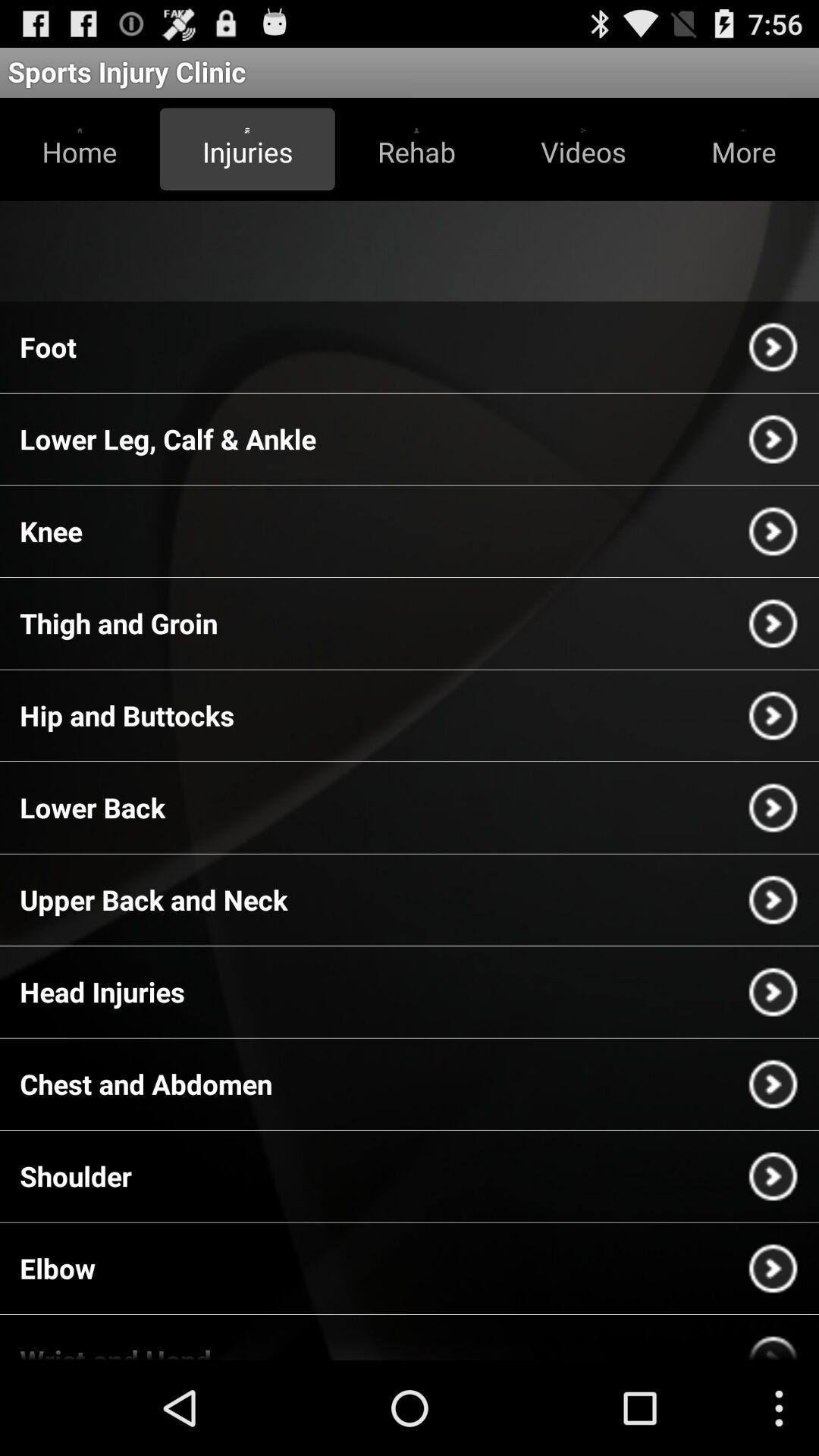 The width and height of the screenshot is (819, 1456). Describe the element at coordinates (50, 531) in the screenshot. I see `knee` at that location.